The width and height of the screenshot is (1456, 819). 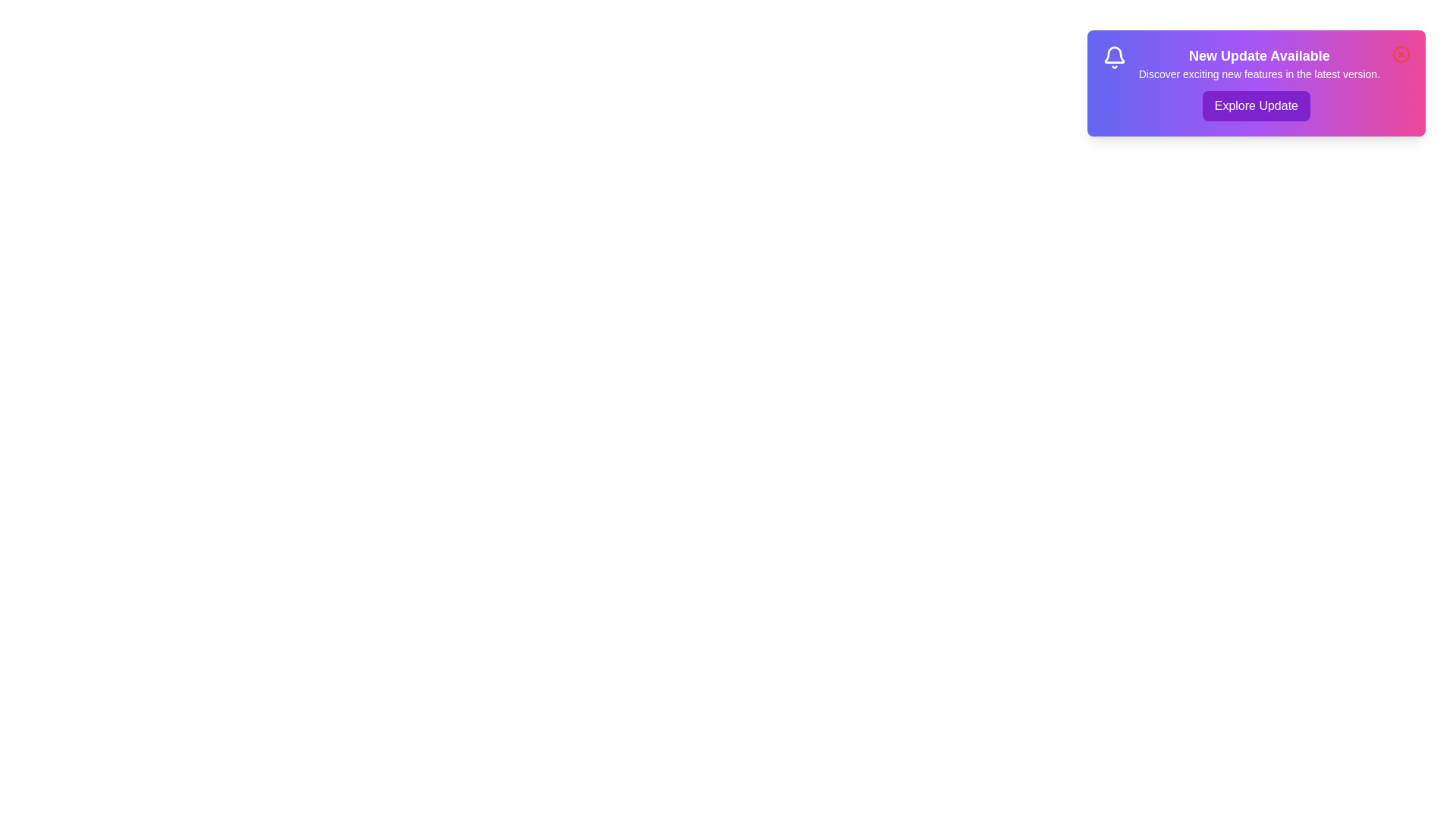 I want to click on the close icon to dismiss the notification, so click(x=1401, y=54).